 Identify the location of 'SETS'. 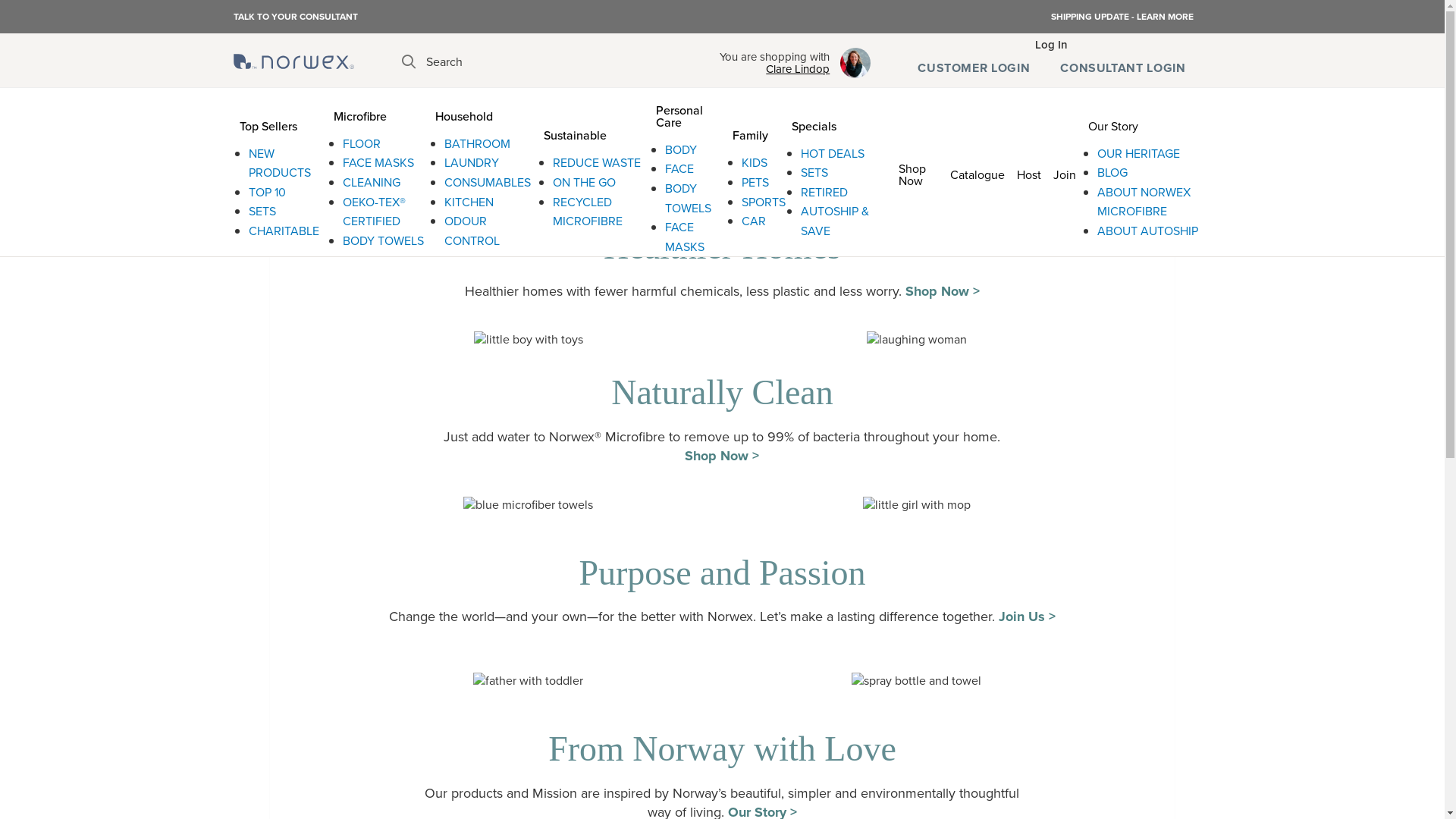
(262, 211).